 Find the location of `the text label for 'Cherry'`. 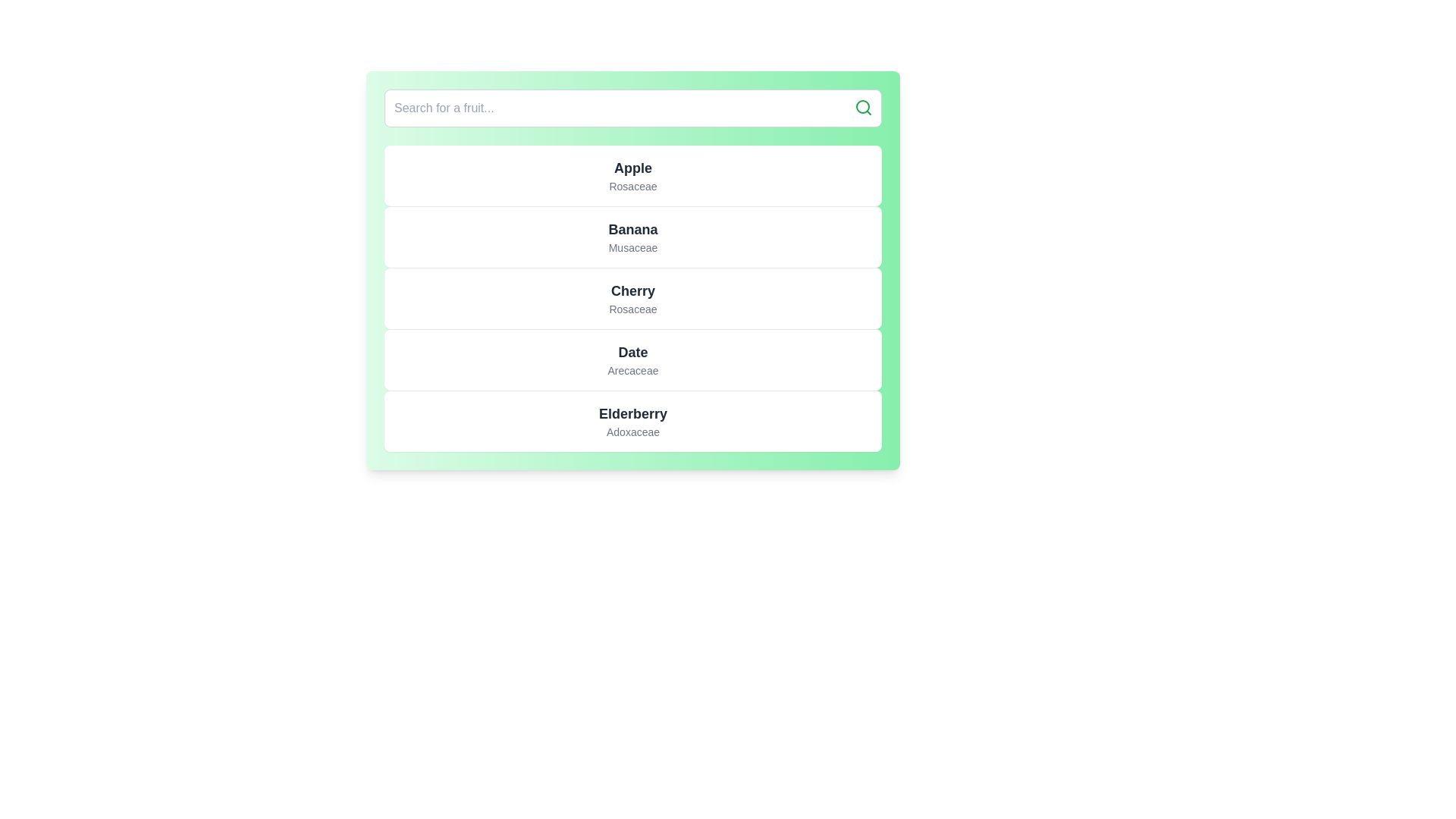

the text label for 'Cherry' is located at coordinates (633, 291).